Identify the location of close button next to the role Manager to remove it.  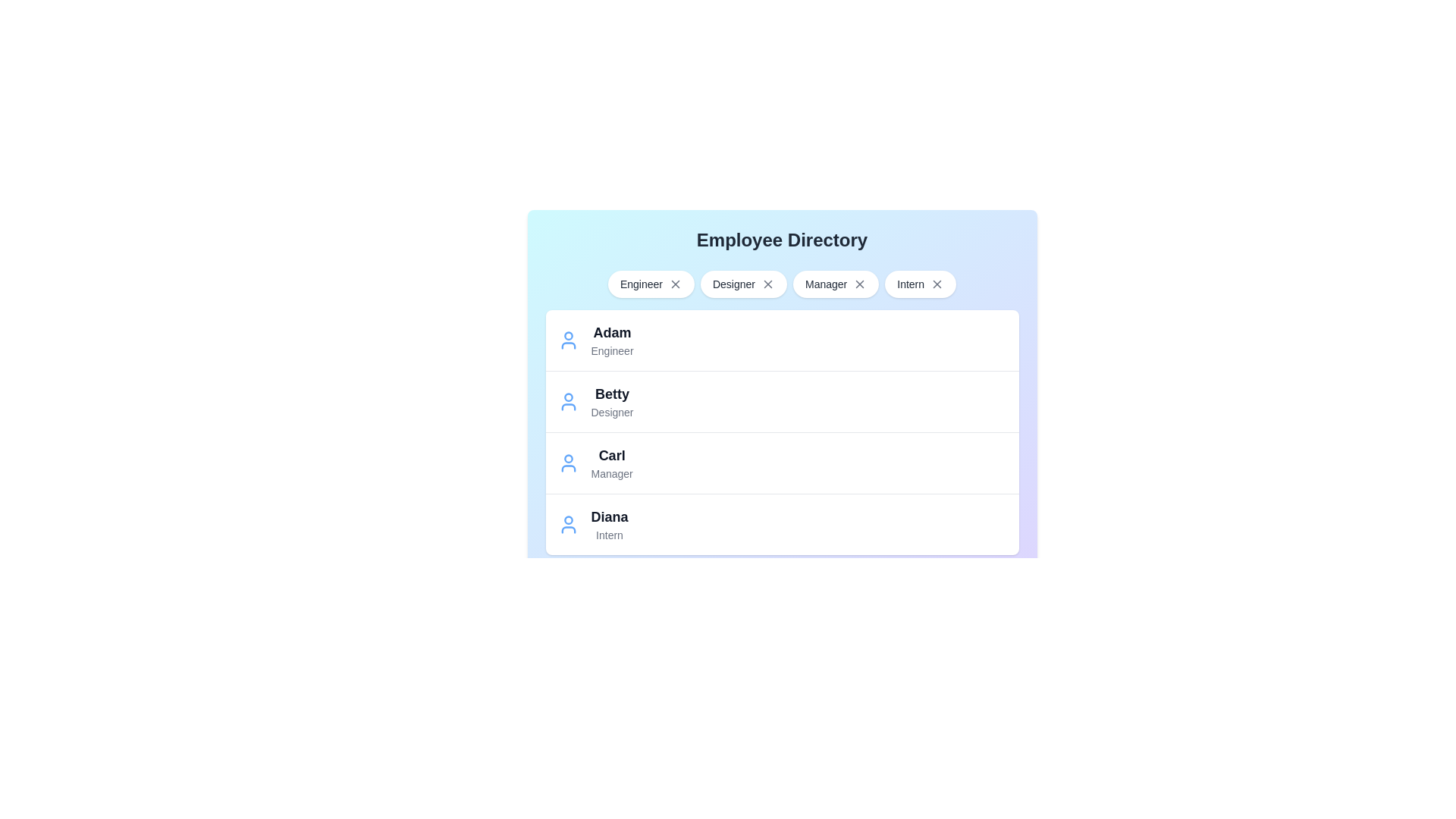
(860, 284).